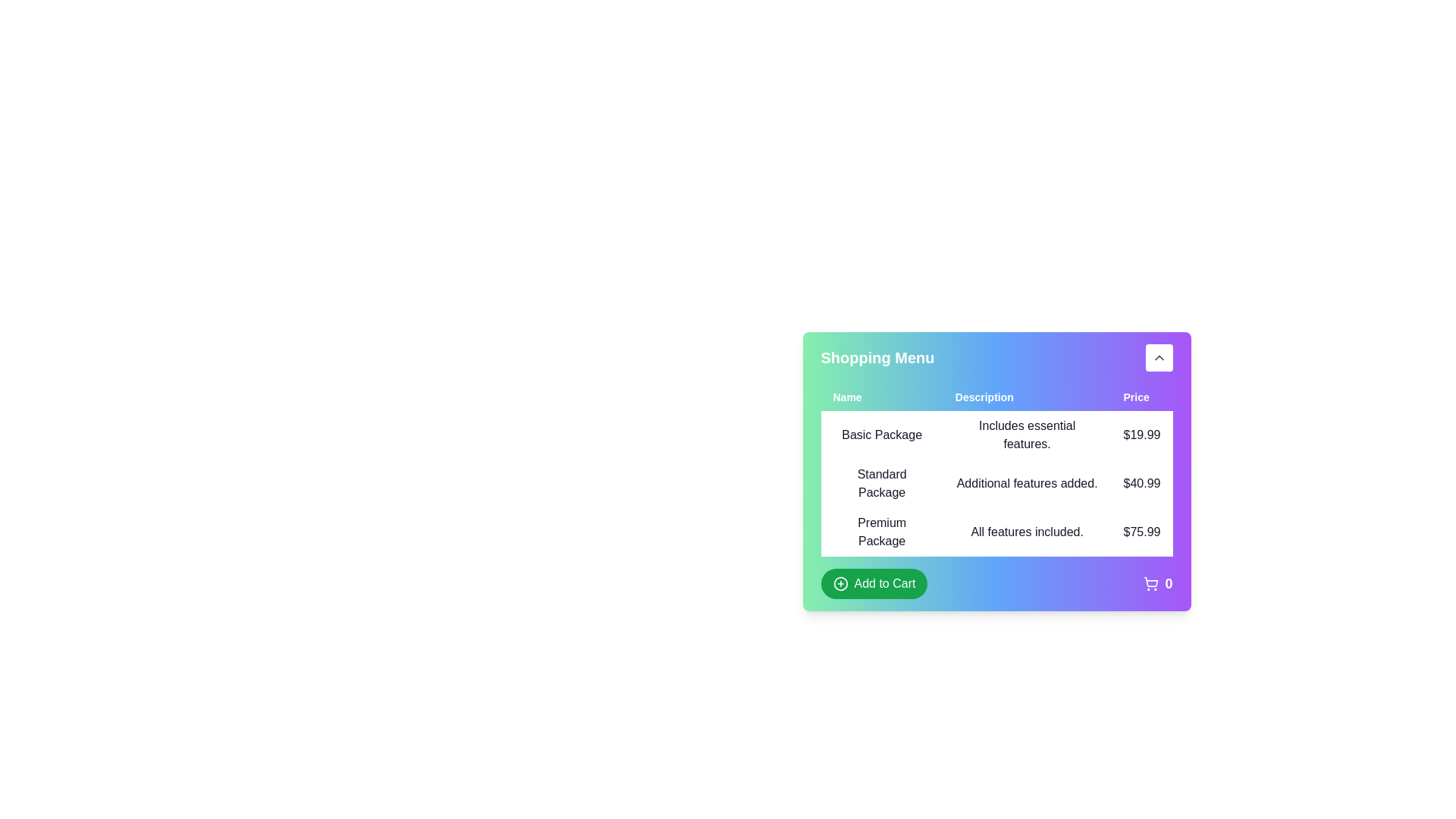 Image resolution: width=1456 pixels, height=819 pixels. What do you see at coordinates (1027, 483) in the screenshot?
I see `the static text label displaying 'Additional features added.' in the Description column of the Standard Package row of the pricing table` at bounding box center [1027, 483].